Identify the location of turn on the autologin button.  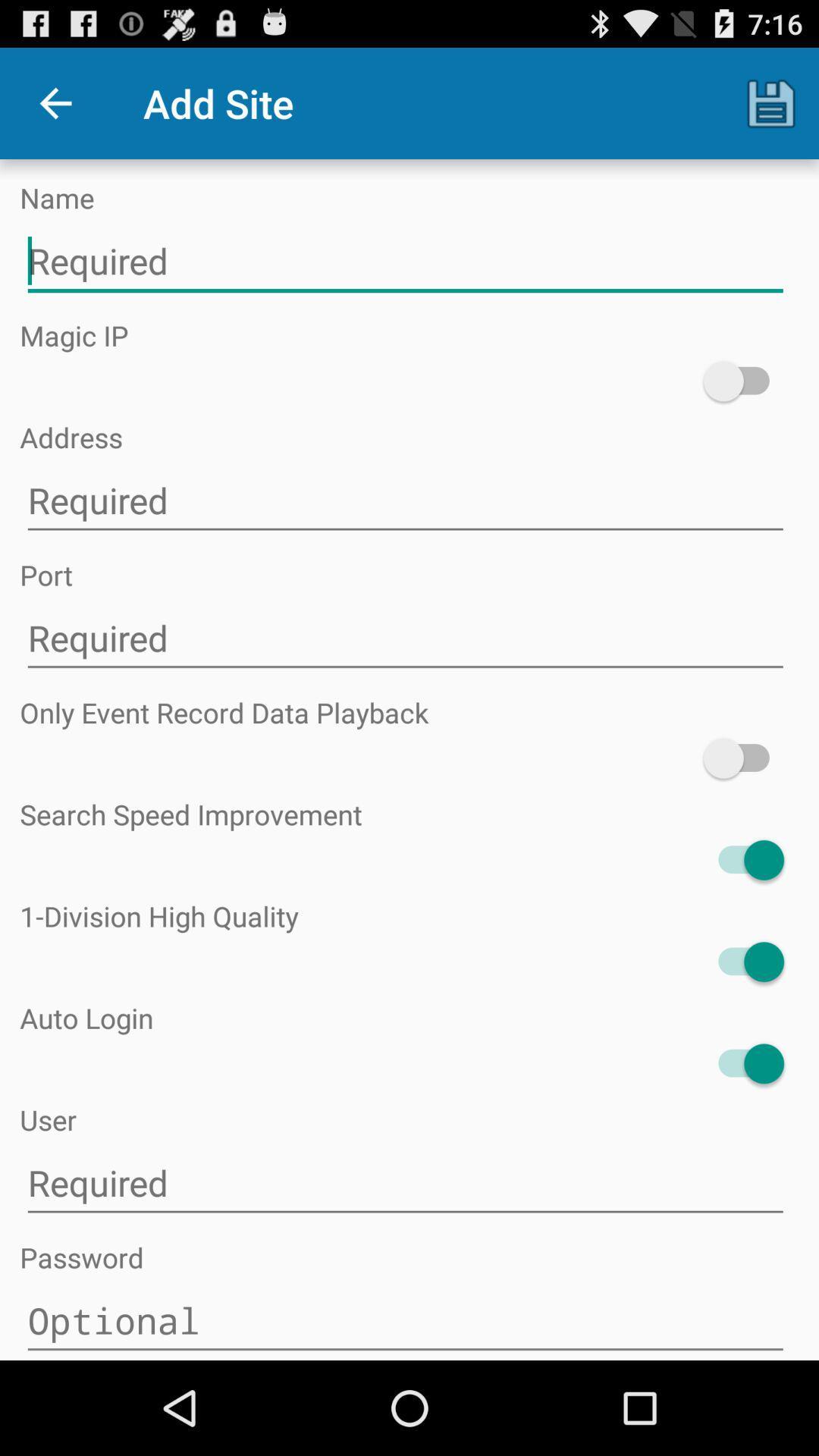
(742, 1062).